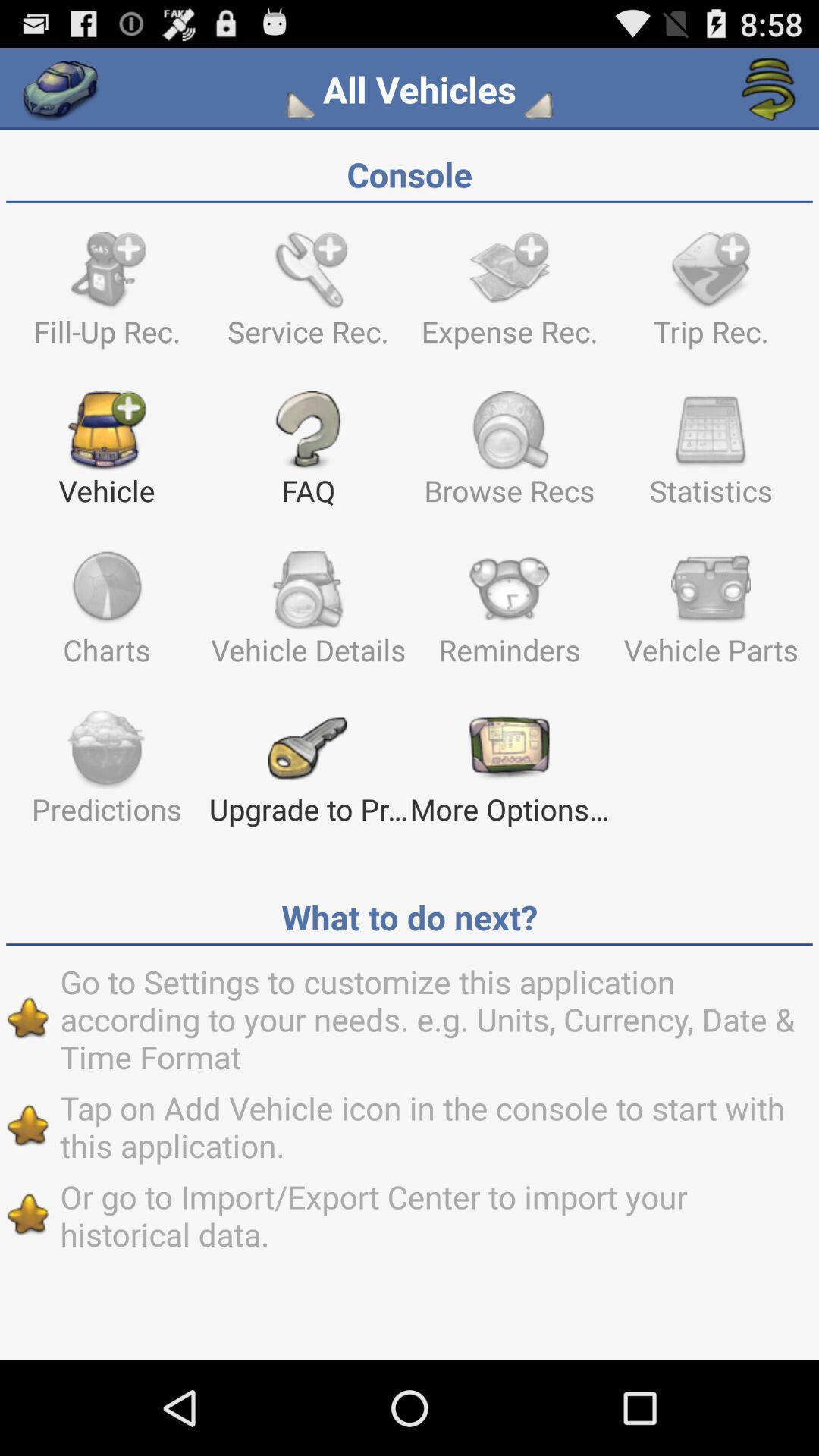 The height and width of the screenshot is (1456, 819). What do you see at coordinates (59, 89) in the screenshot?
I see `click the the blue car` at bounding box center [59, 89].